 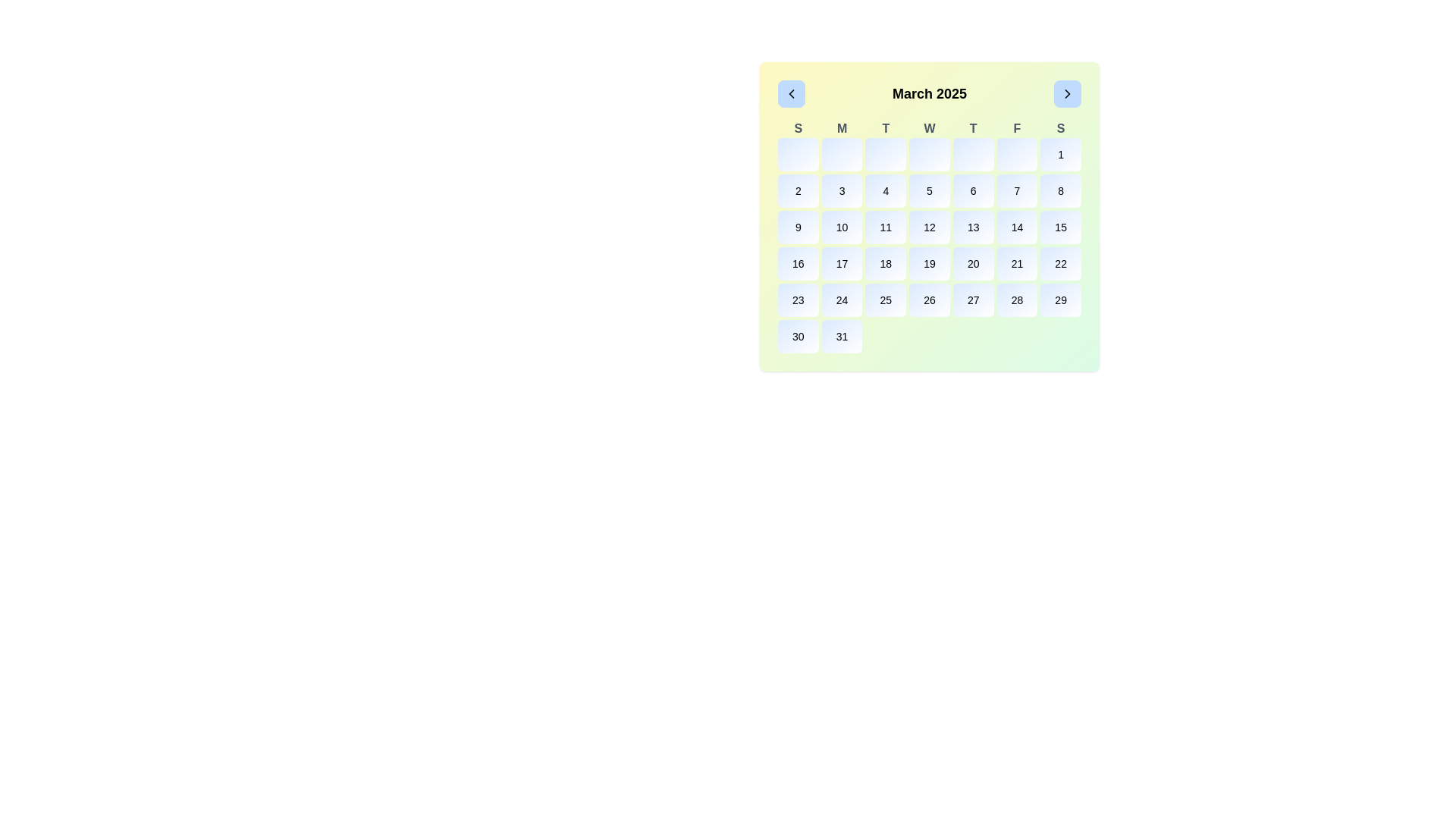 What do you see at coordinates (841, 300) in the screenshot?
I see `the button representing the date March 24th on the calendar interface` at bounding box center [841, 300].